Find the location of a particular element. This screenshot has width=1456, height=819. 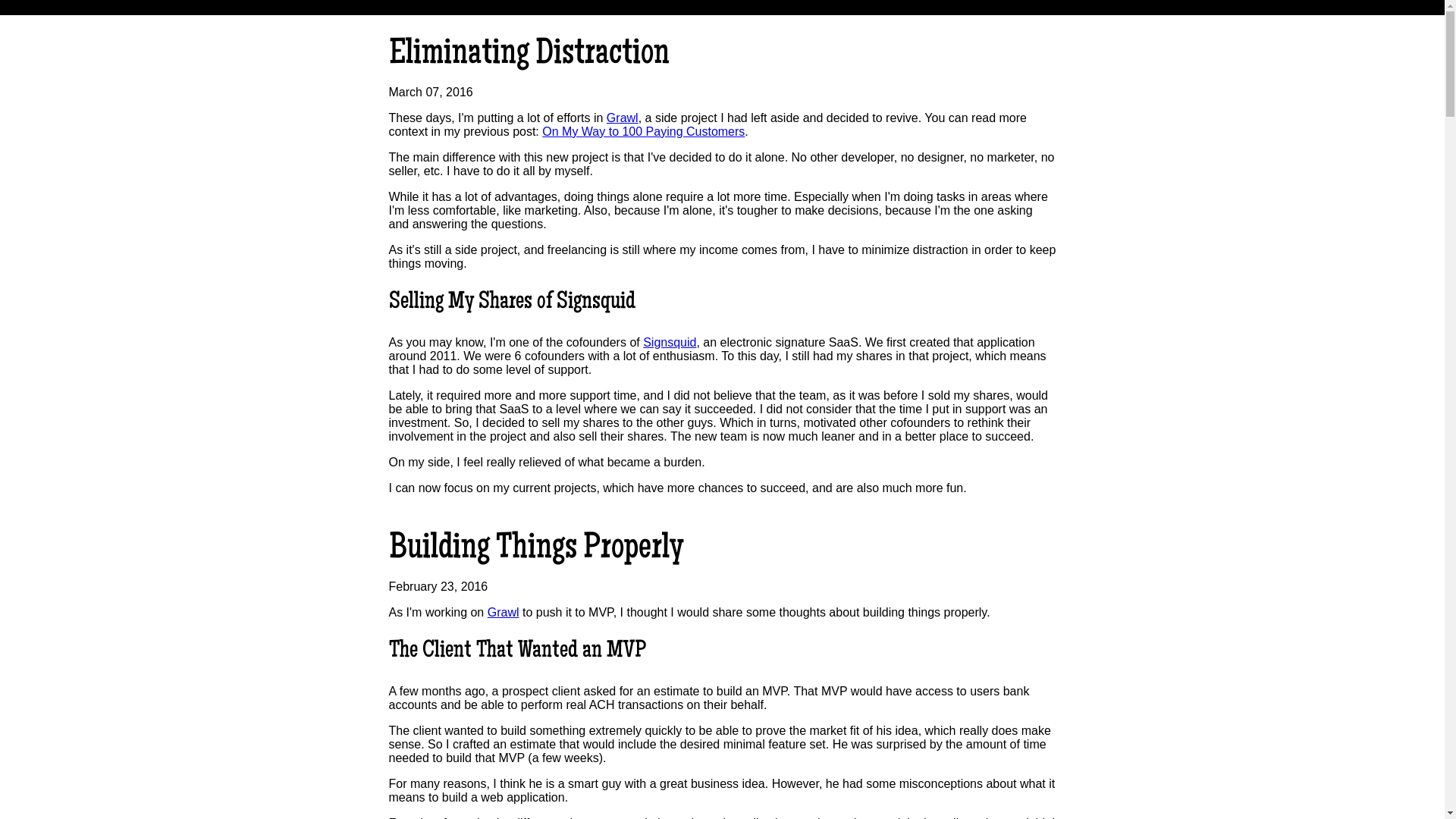

'Eliminating Distraction' is located at coordinates (388, 55).